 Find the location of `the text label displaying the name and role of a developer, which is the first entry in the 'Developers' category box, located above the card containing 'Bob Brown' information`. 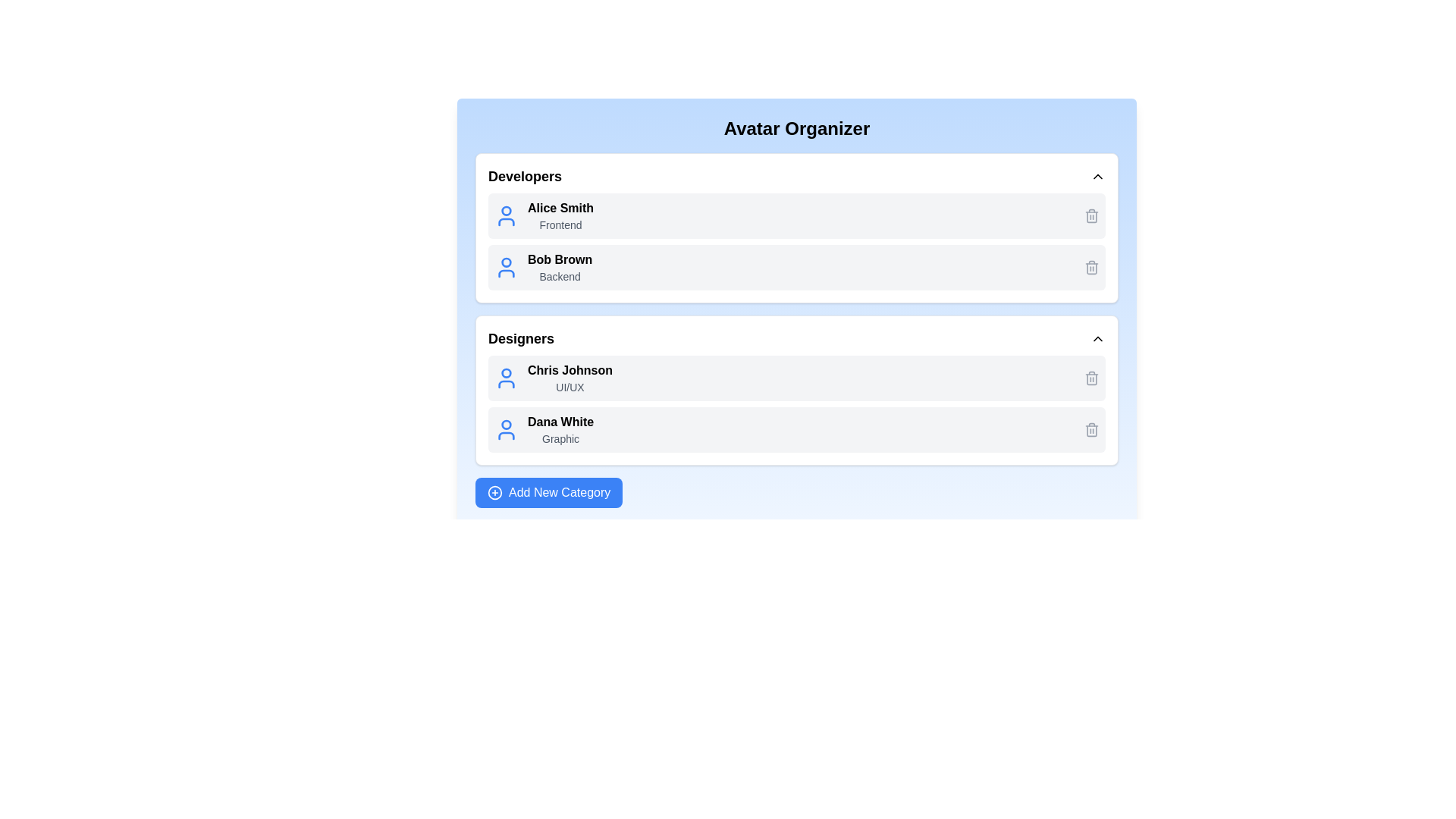

the text label displaying the name and role of a developer, which is the first entry in the 'Developers' category box, located above the card containing 'Bob Brown' information is located at coordinates (560, 216).